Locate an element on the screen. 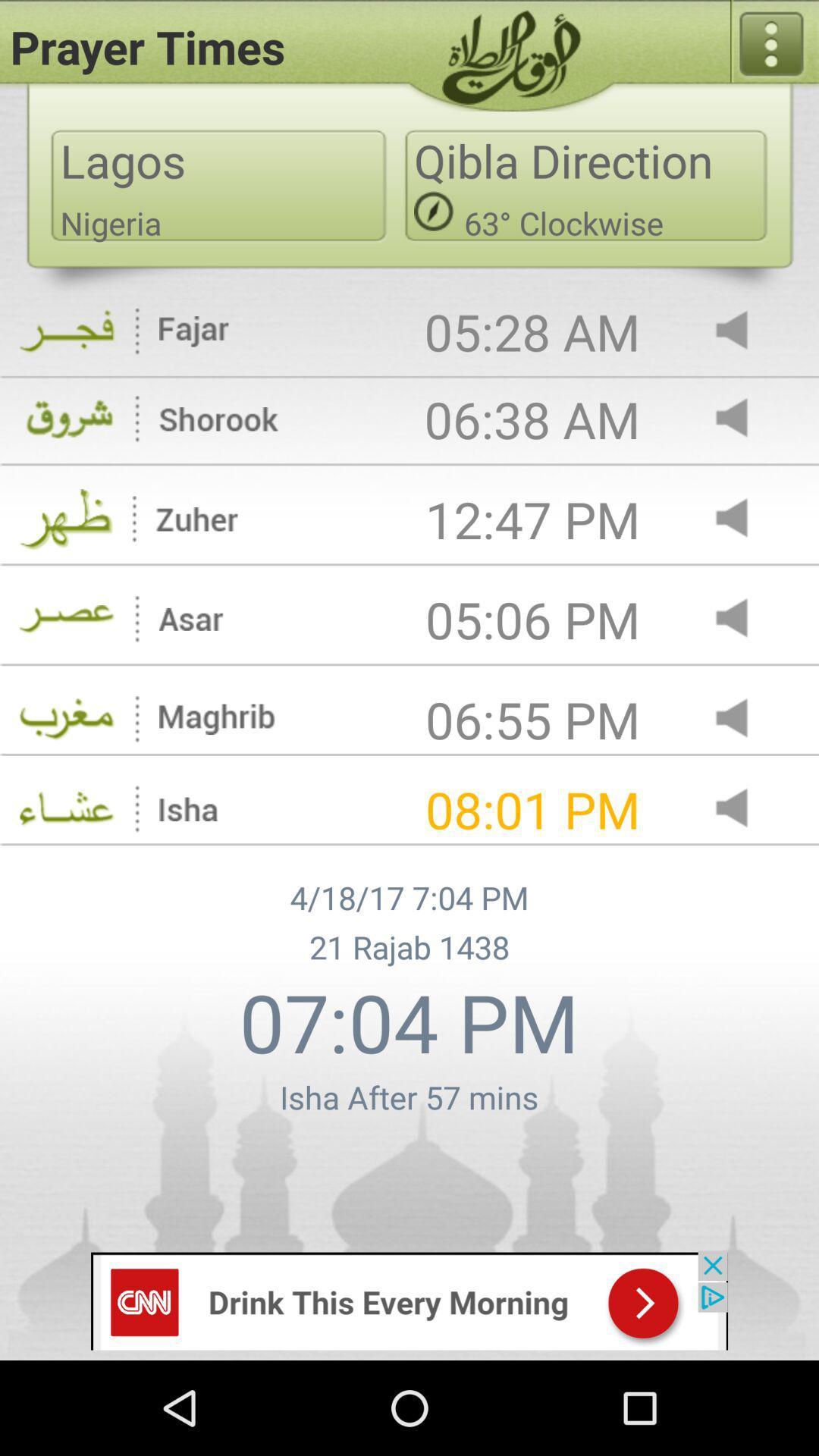  the volume icon is located at coordinates (744, 447).